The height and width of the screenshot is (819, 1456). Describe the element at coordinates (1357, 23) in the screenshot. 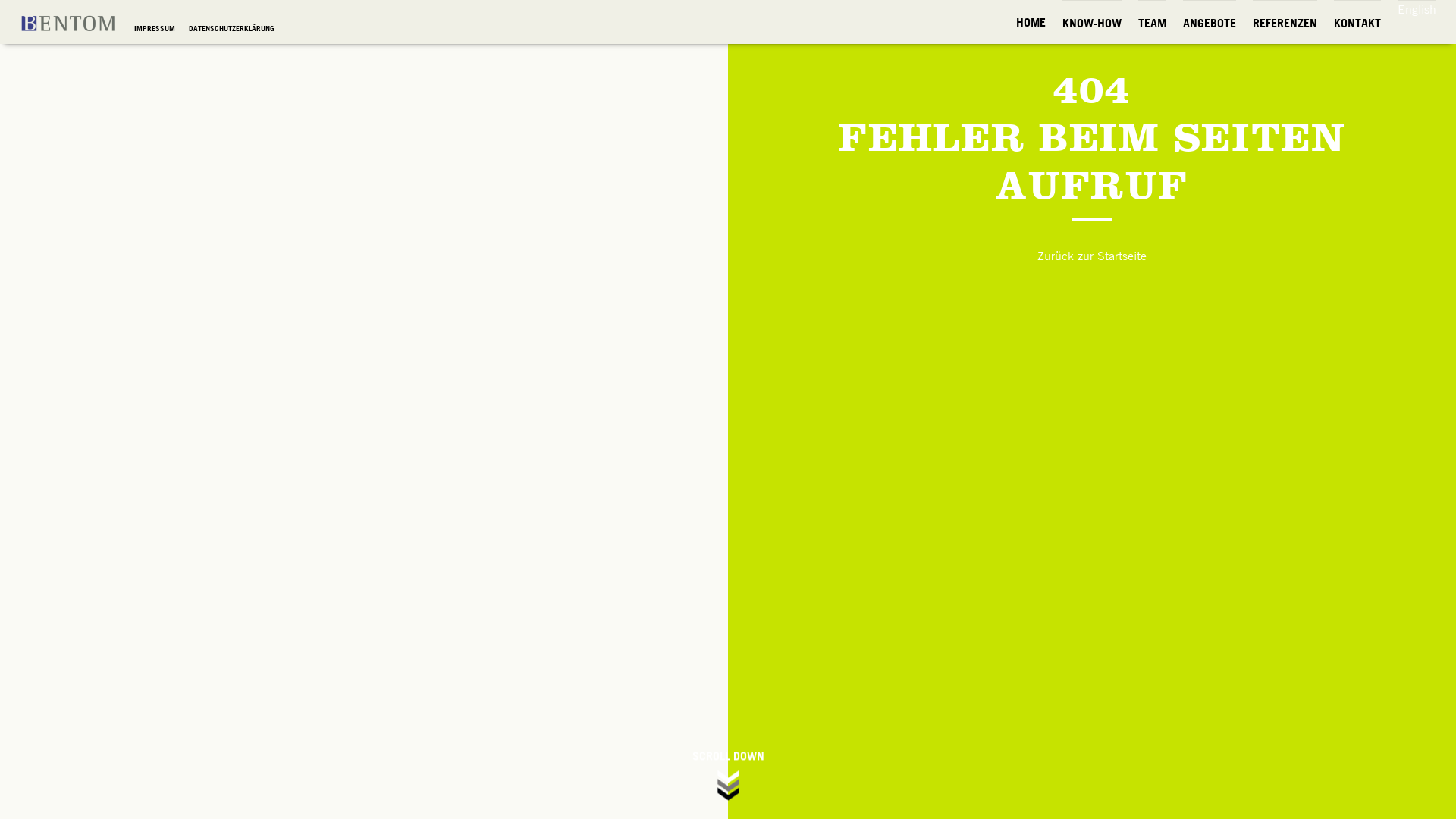

I see `'KONTAKT'` at that location.